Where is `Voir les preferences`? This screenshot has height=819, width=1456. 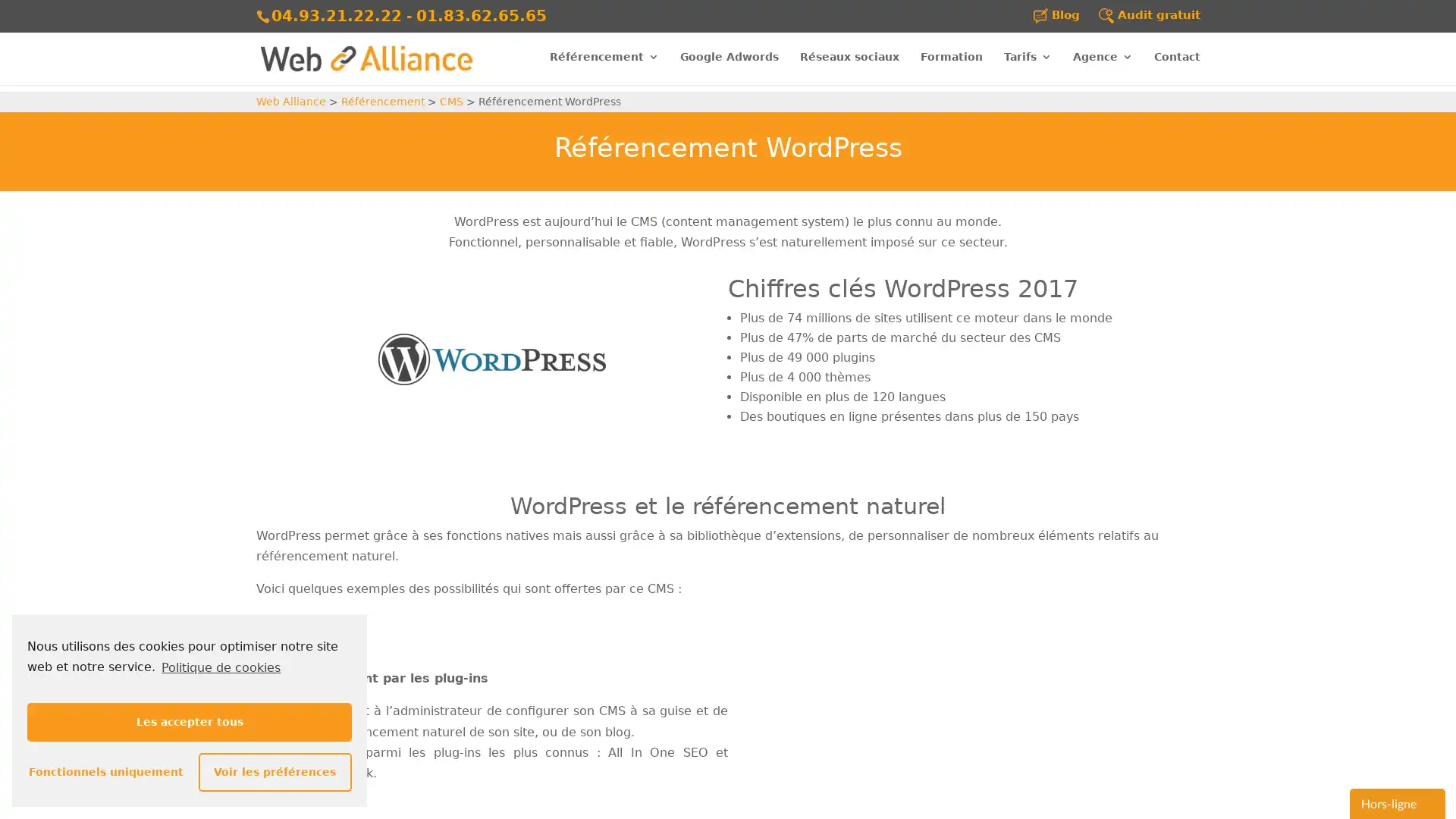
Voir les preferences is located at coordinates (274, 771).